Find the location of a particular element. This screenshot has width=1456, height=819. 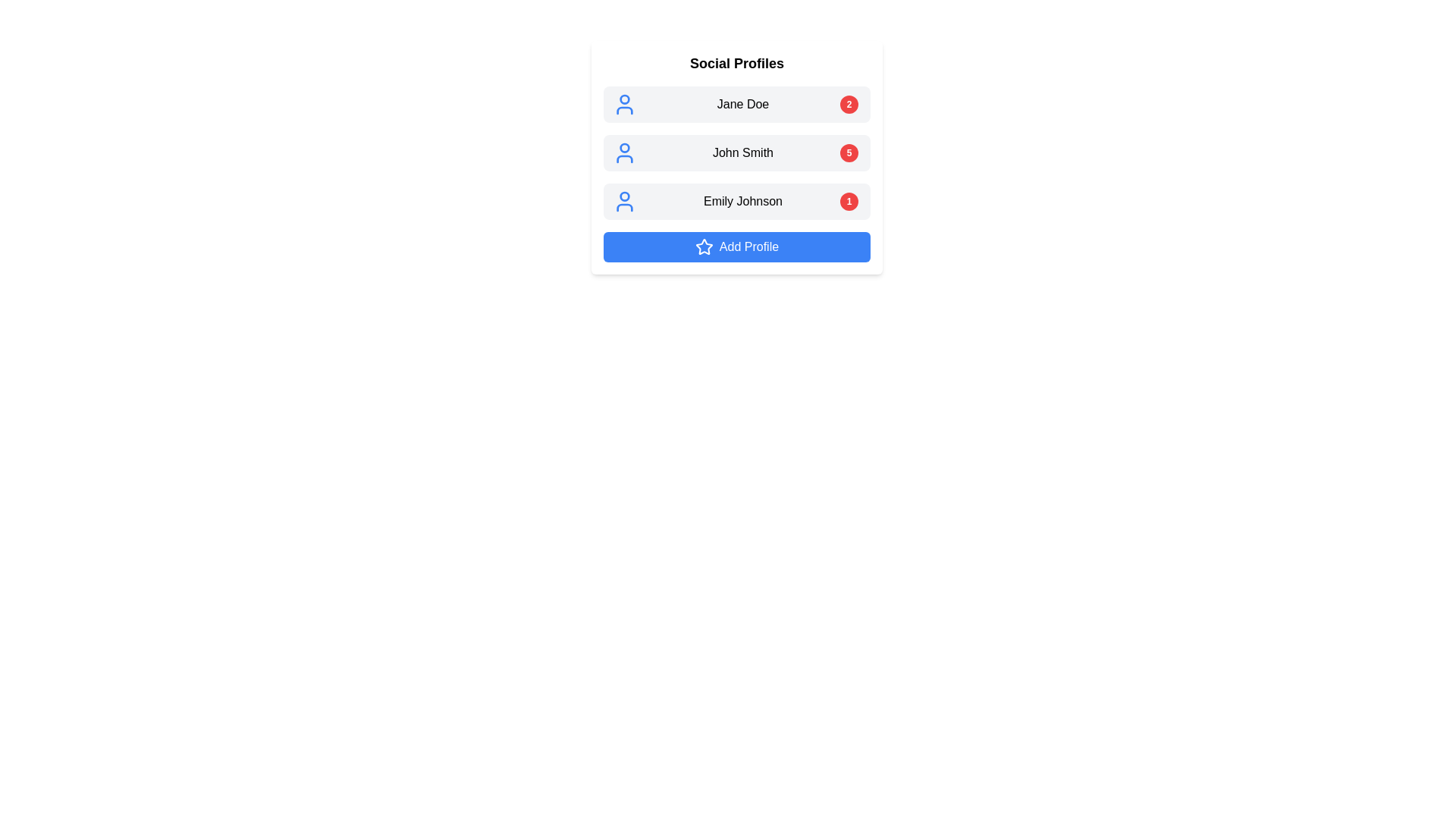

the Notification Badge, which is a circular badge with a red background and white text displaying the number '1', positioned to the right of the 'Emily Johnson' text label is located at coordinates (848, 201).